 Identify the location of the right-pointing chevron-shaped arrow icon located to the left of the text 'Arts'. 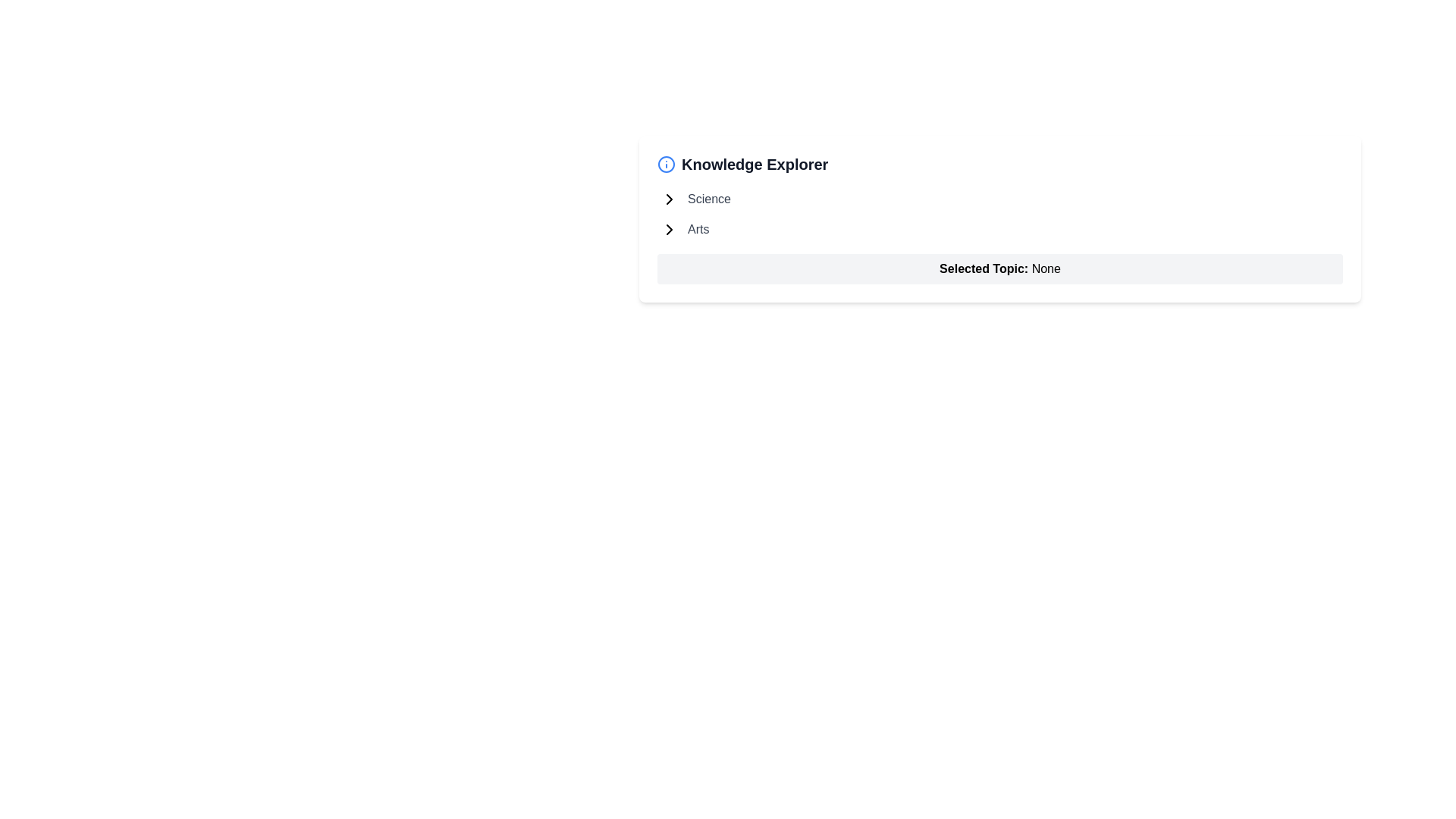
(669, 230).